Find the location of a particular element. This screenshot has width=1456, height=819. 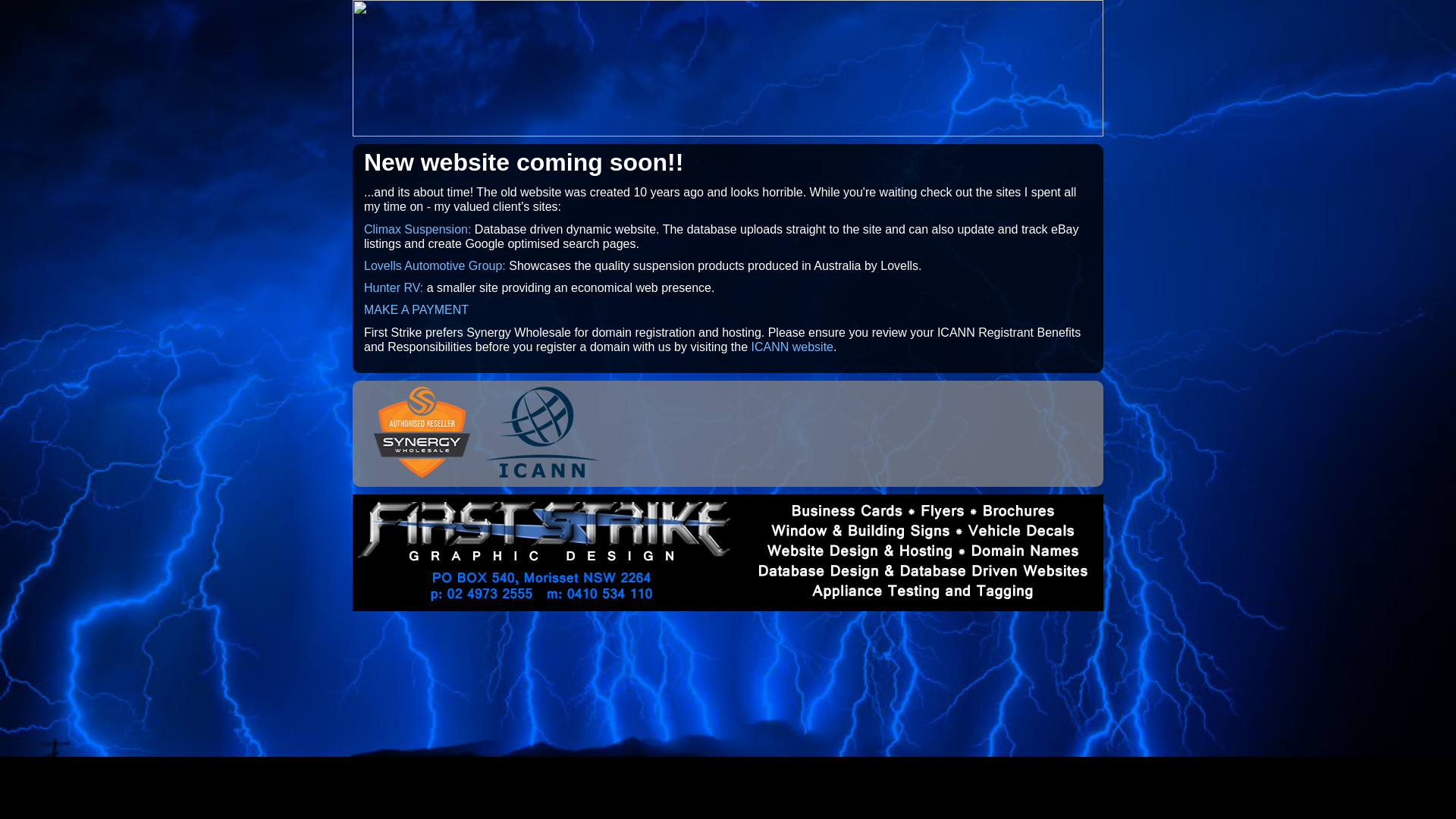

'MAKE A PAYMENT' is located at coordinates (416, 309).